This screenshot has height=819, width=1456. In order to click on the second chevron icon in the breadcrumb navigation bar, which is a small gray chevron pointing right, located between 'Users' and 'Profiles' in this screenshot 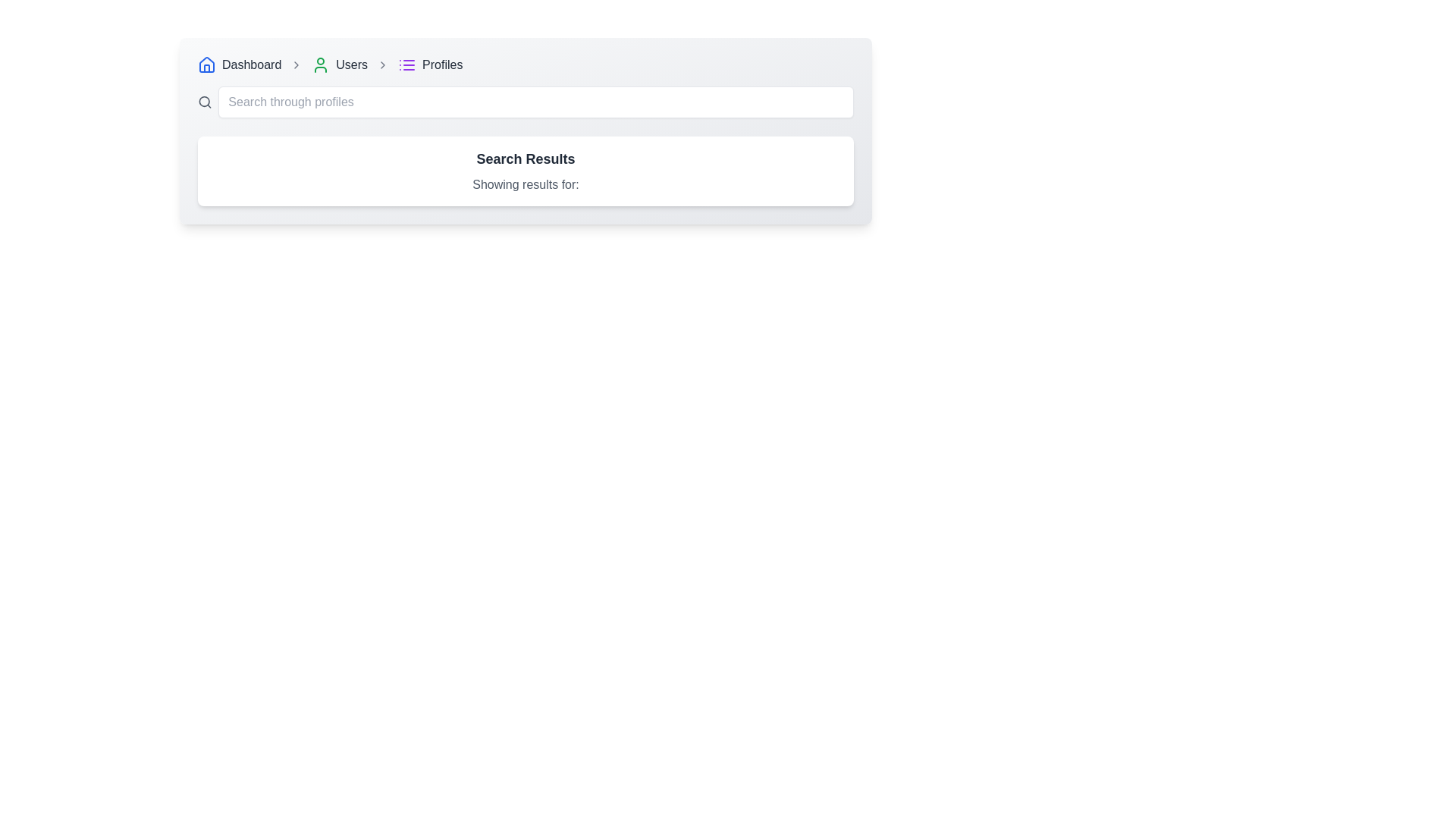, I will do `click(383, 64)`.